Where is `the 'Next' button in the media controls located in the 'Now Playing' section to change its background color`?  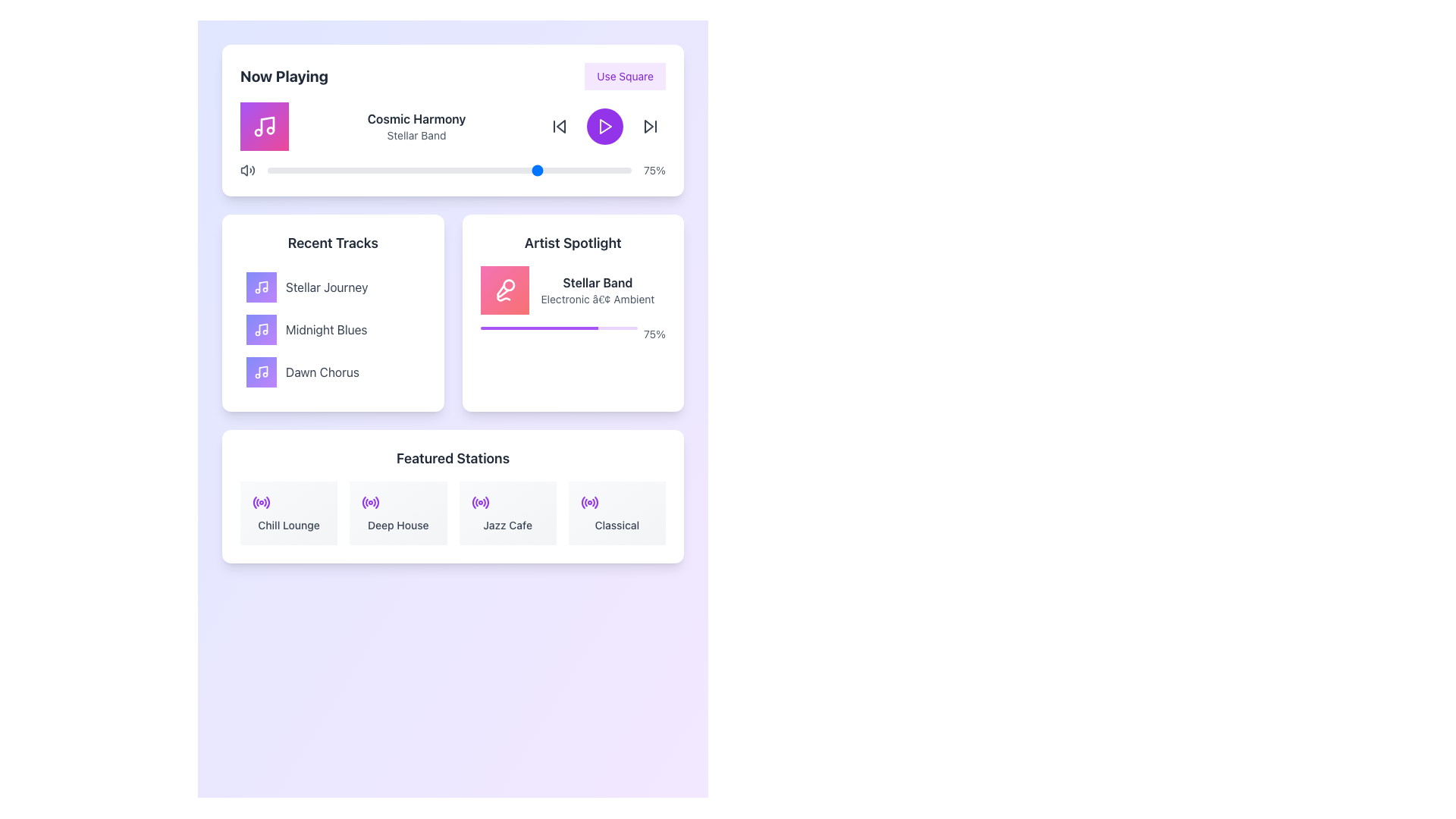 the 'Next' button in the media controls located in the 'Now Playing' section to change its background color is located at coordinates (651, 125).